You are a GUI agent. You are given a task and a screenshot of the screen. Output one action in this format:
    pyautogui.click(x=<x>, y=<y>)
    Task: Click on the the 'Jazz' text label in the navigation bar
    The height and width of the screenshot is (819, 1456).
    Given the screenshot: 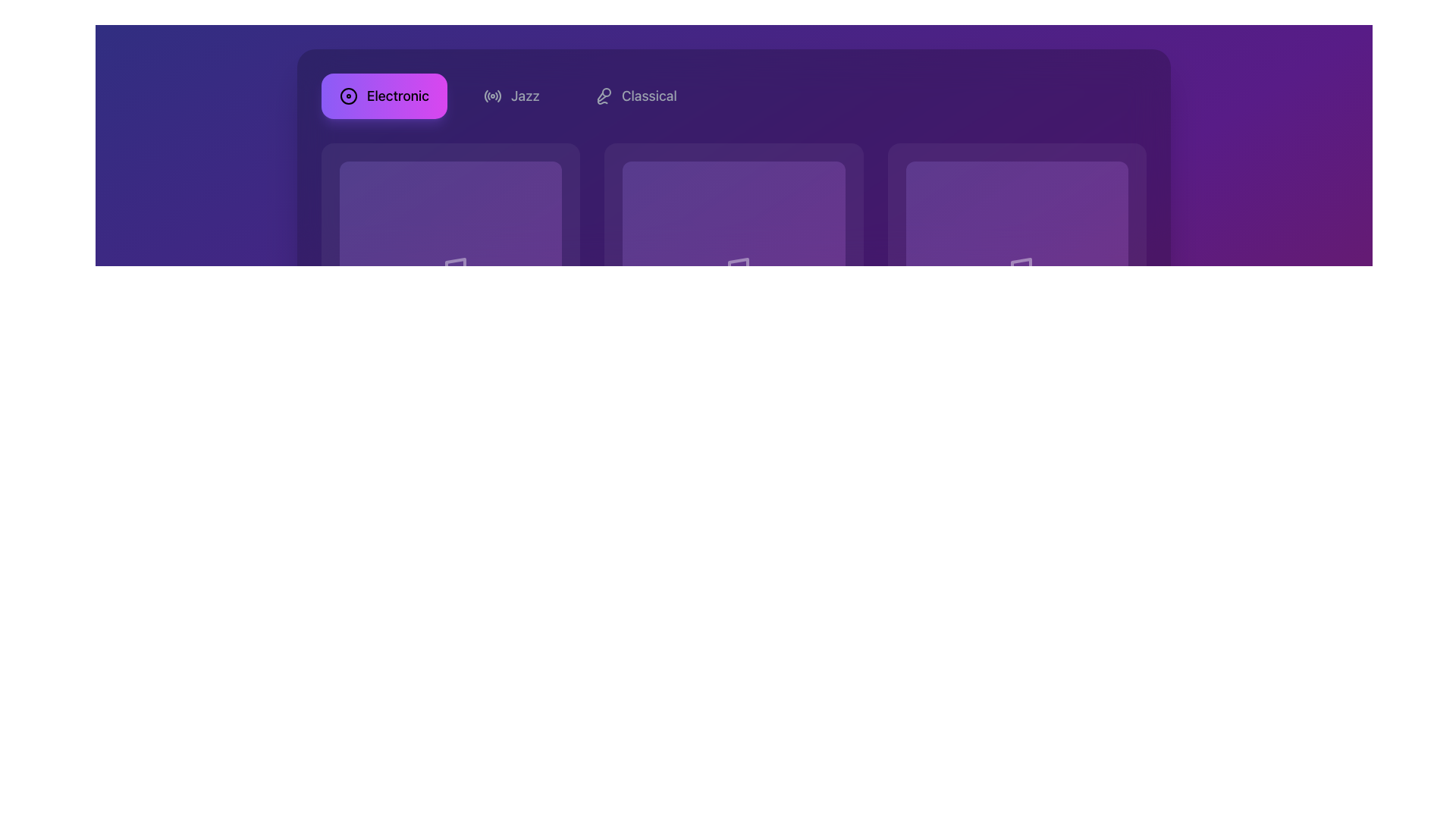 What is the action you would take?
    pyautogui.click(x=525, y=96)
    